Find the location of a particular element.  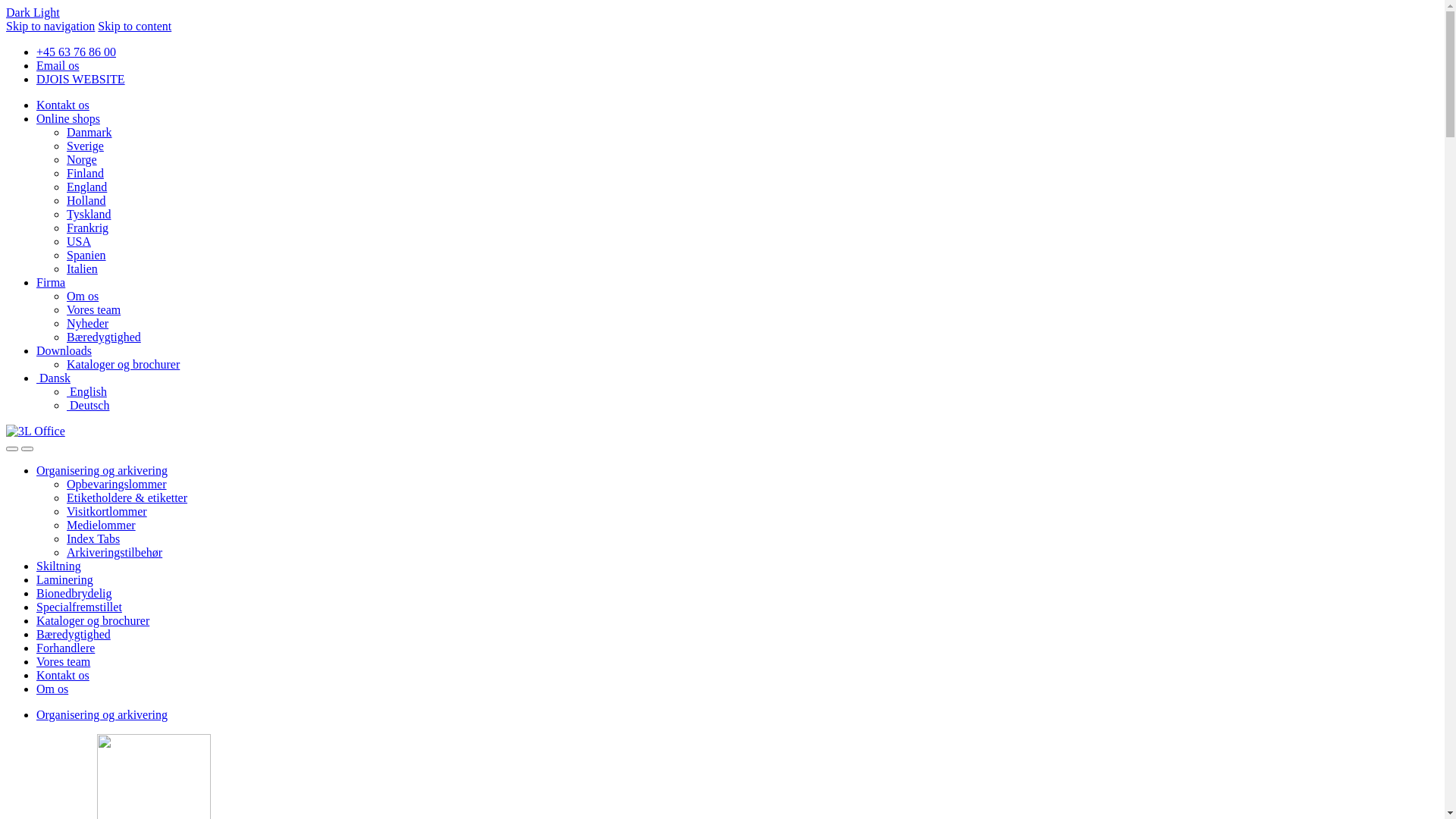

'Dark' is located at coordinates (19, 12).